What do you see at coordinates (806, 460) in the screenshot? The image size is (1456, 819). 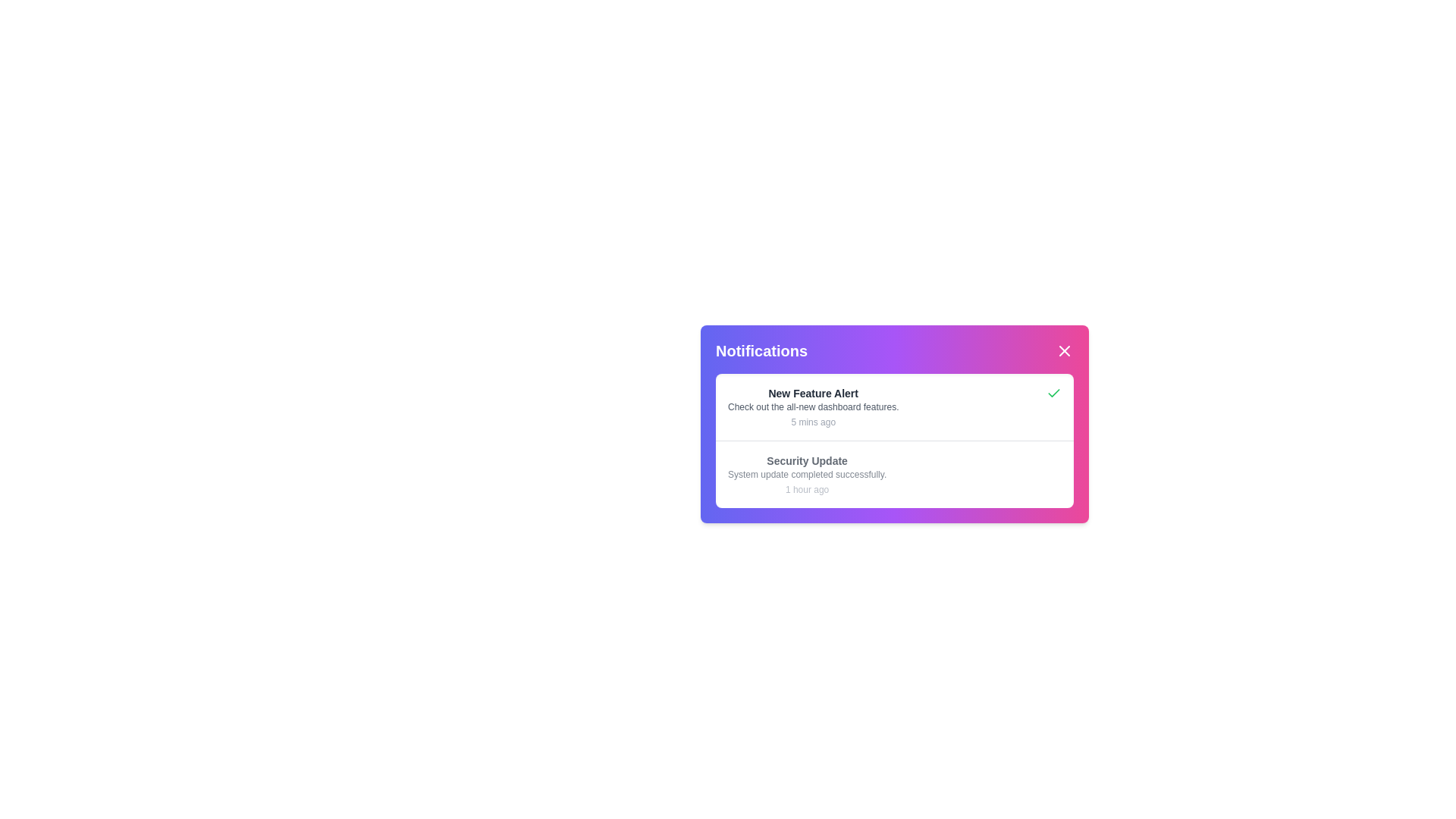 I see `title text of the second notification item in the notification panel, which serves as a summary of the notification's content` at bounding box center [806, 460].